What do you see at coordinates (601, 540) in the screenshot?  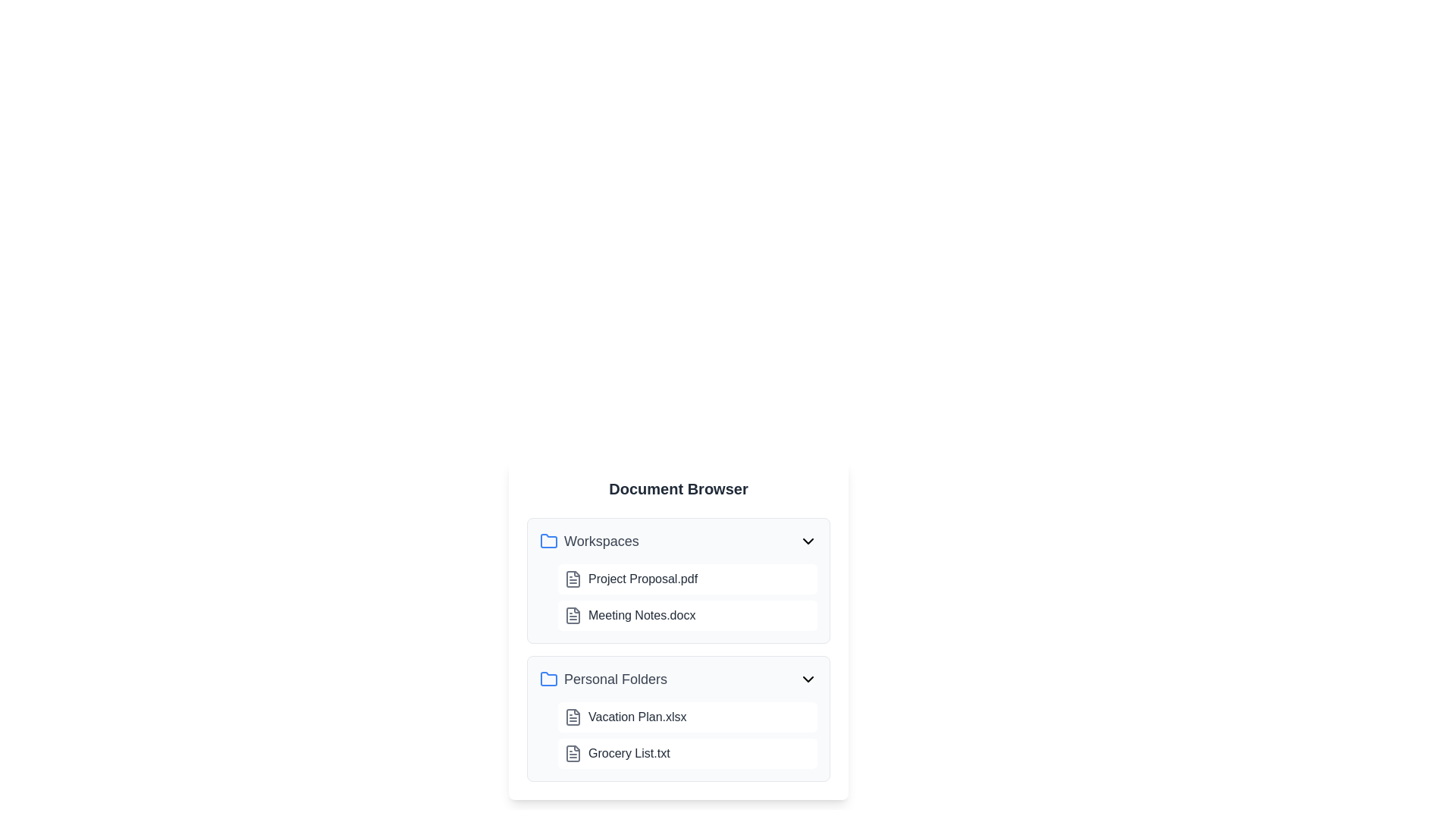 I see `the 'Workspaces' folder label, which is part of the Document Browser interface, located above a list of items` at bounding box center [601, 540].